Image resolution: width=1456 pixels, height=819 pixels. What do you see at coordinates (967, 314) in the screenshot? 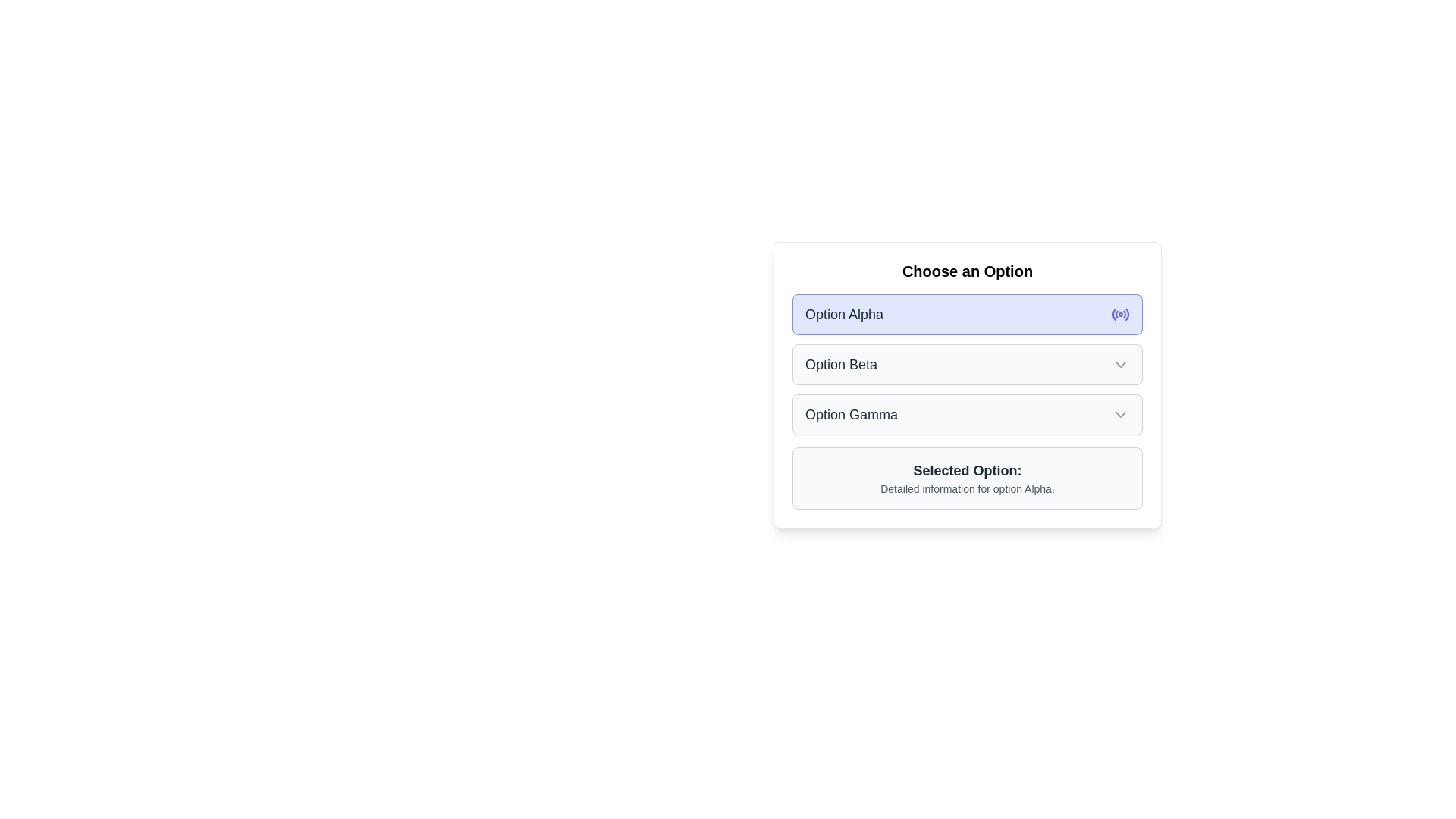
I see `the selection button for 'Option Alpha' located under the title 'Choose an Option'` at bounding box center [967, 314].